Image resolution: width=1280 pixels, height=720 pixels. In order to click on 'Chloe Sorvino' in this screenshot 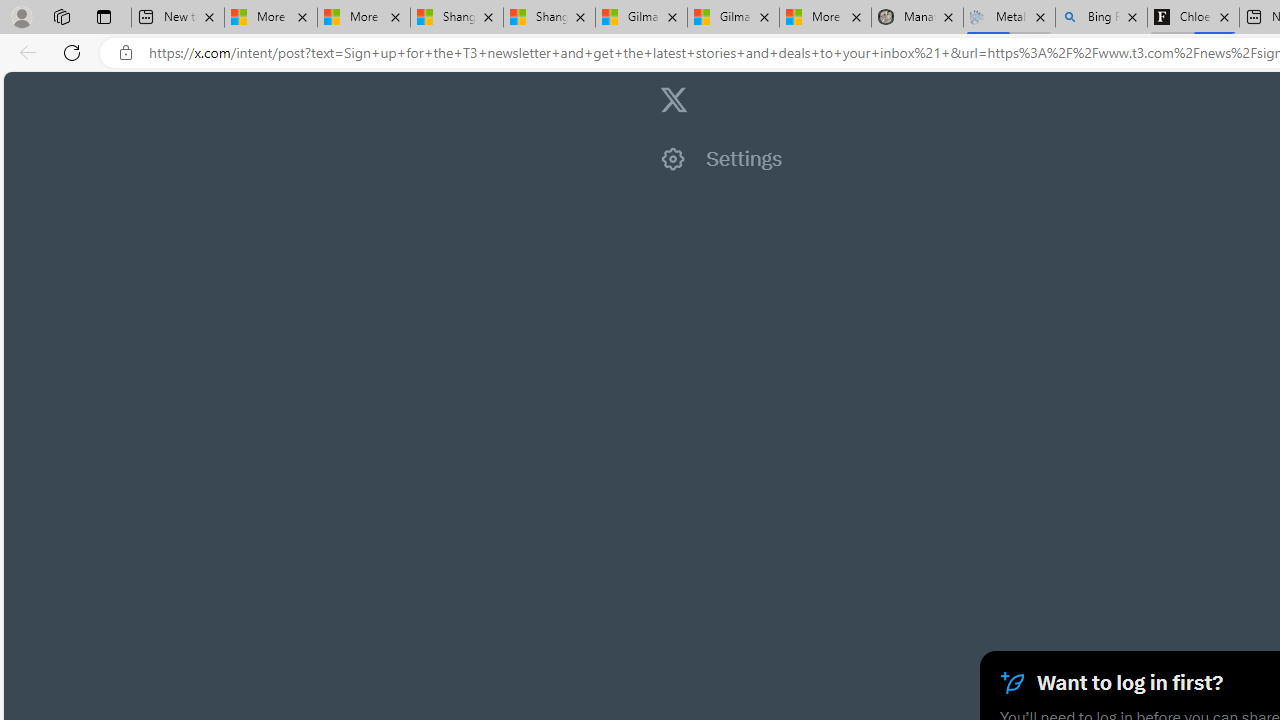, I will do `click(1193, 17)`.